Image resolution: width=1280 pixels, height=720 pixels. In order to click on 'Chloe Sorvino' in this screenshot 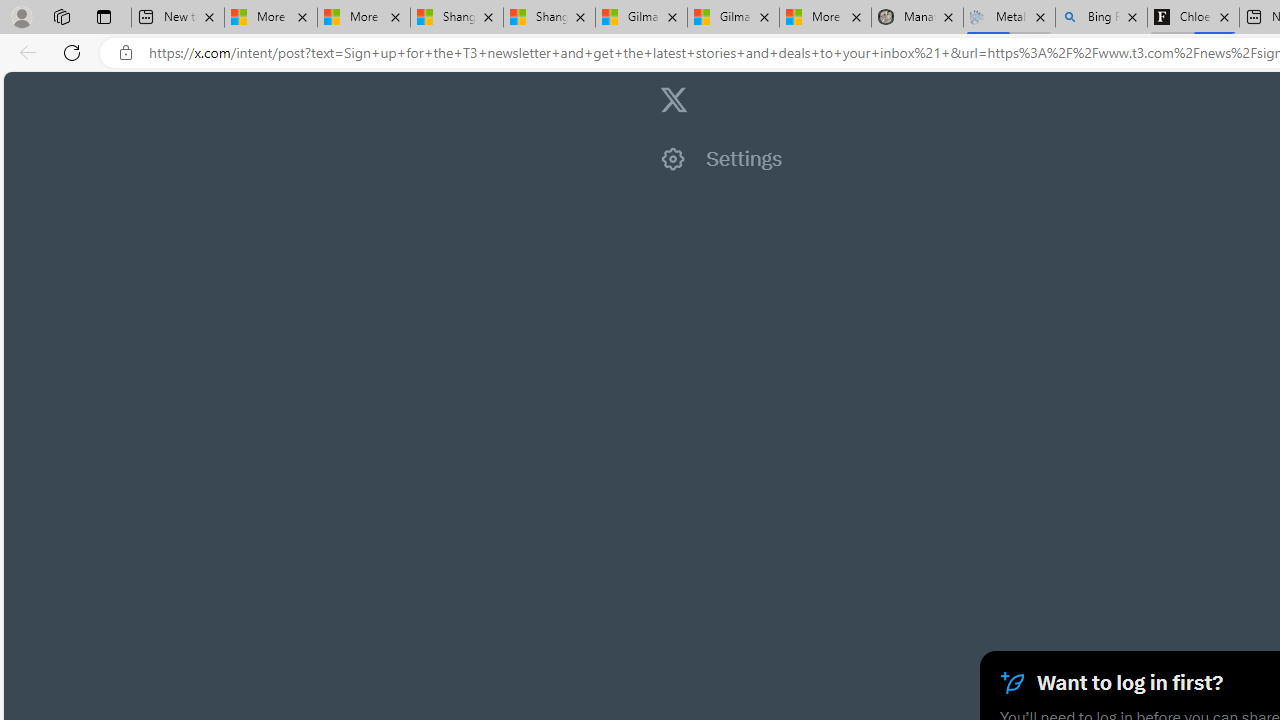, I will do `click(1193, 17)`.